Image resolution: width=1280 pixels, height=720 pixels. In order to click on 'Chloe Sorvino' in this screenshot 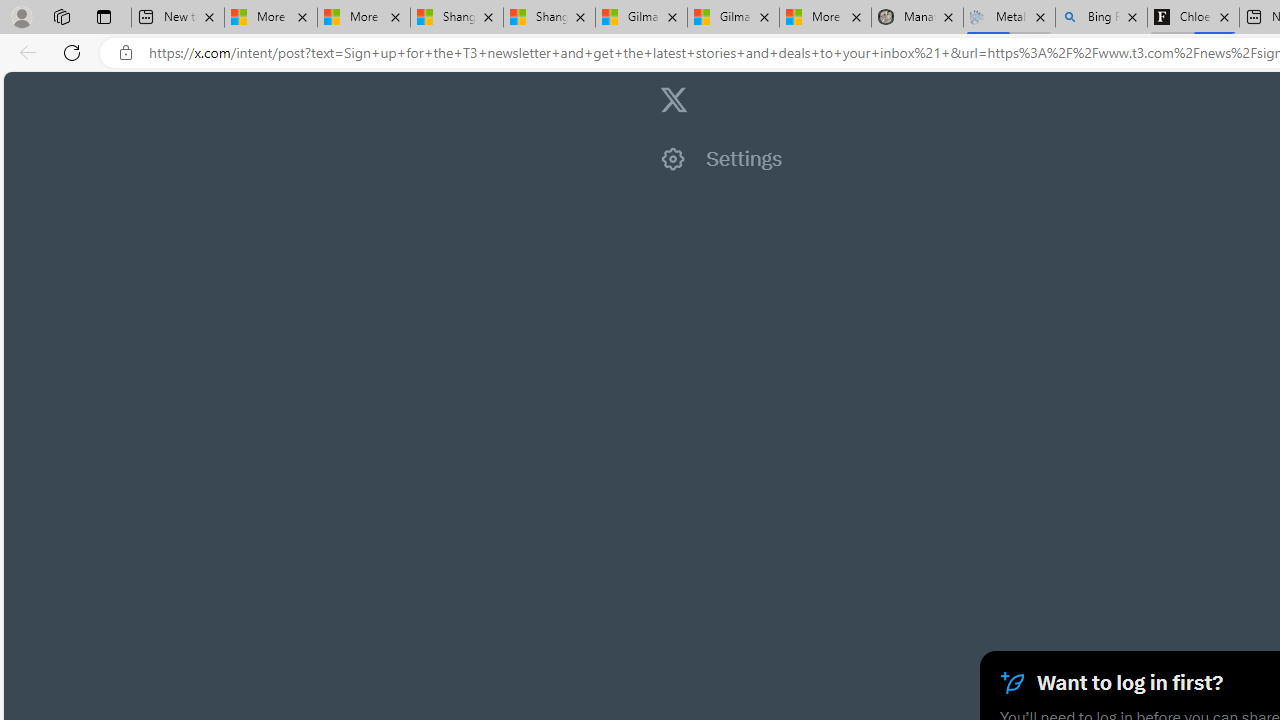, I will do `click(1193, 17)`.